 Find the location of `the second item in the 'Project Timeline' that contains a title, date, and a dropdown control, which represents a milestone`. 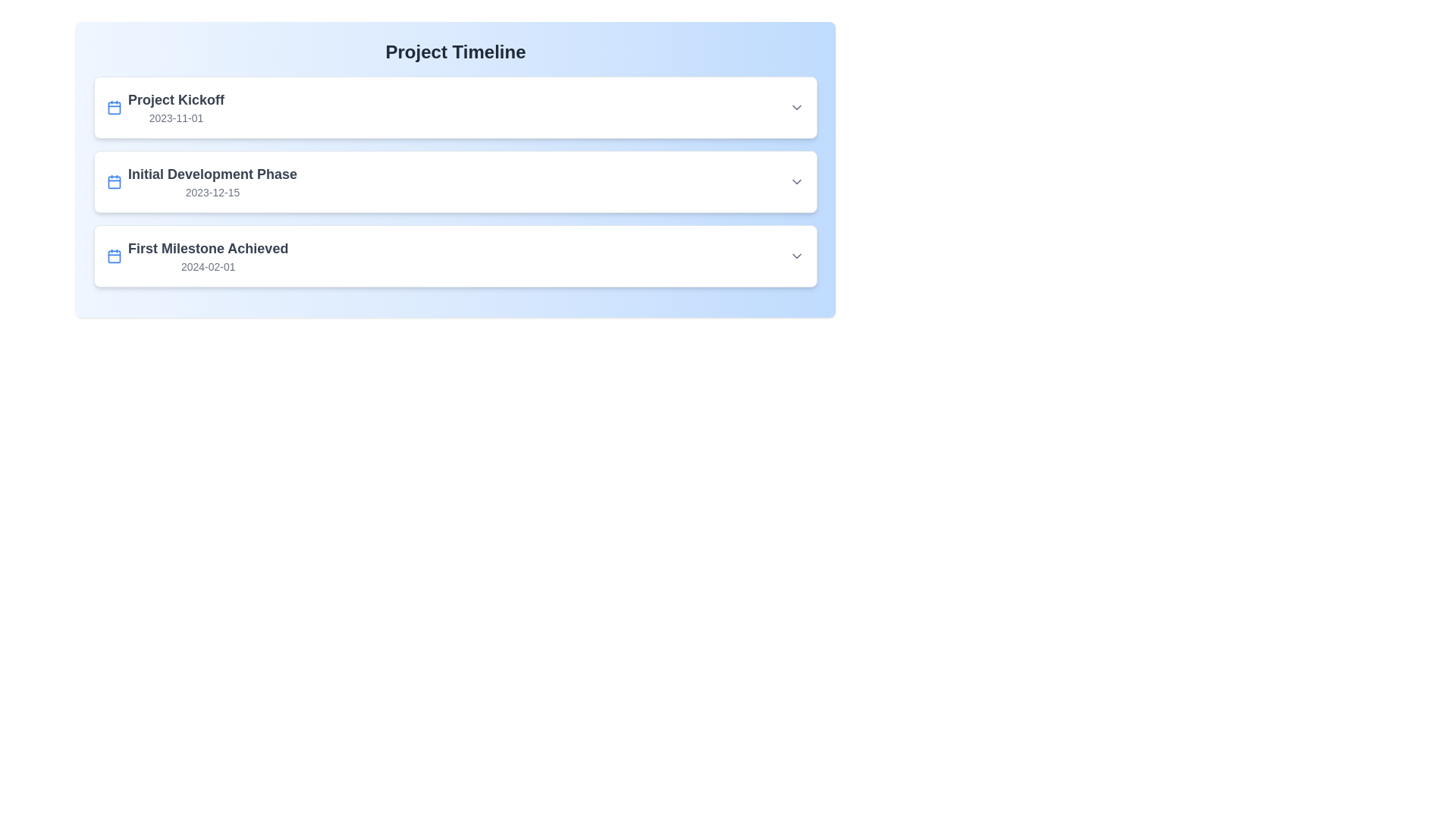

the second item in the 'Project Timeline' that contains a title, date, and a dropdown control, which represents a milestone is located at coordinates (454, 180).